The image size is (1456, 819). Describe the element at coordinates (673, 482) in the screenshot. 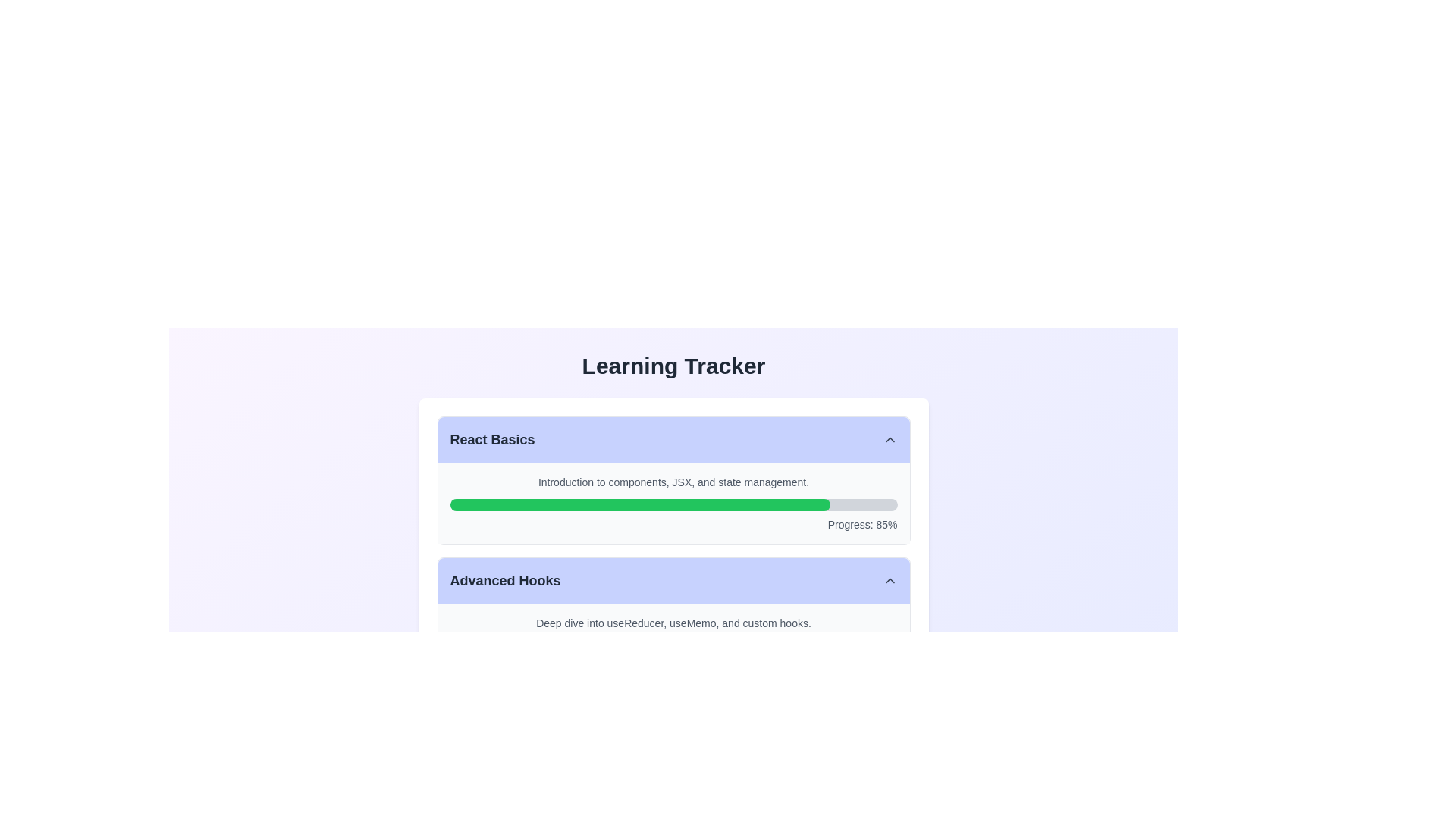

I see `the text label displaying 'Introduction to components, JSX, and state management.' which is styled in gray and located within the 'React Basics' section` at that location.